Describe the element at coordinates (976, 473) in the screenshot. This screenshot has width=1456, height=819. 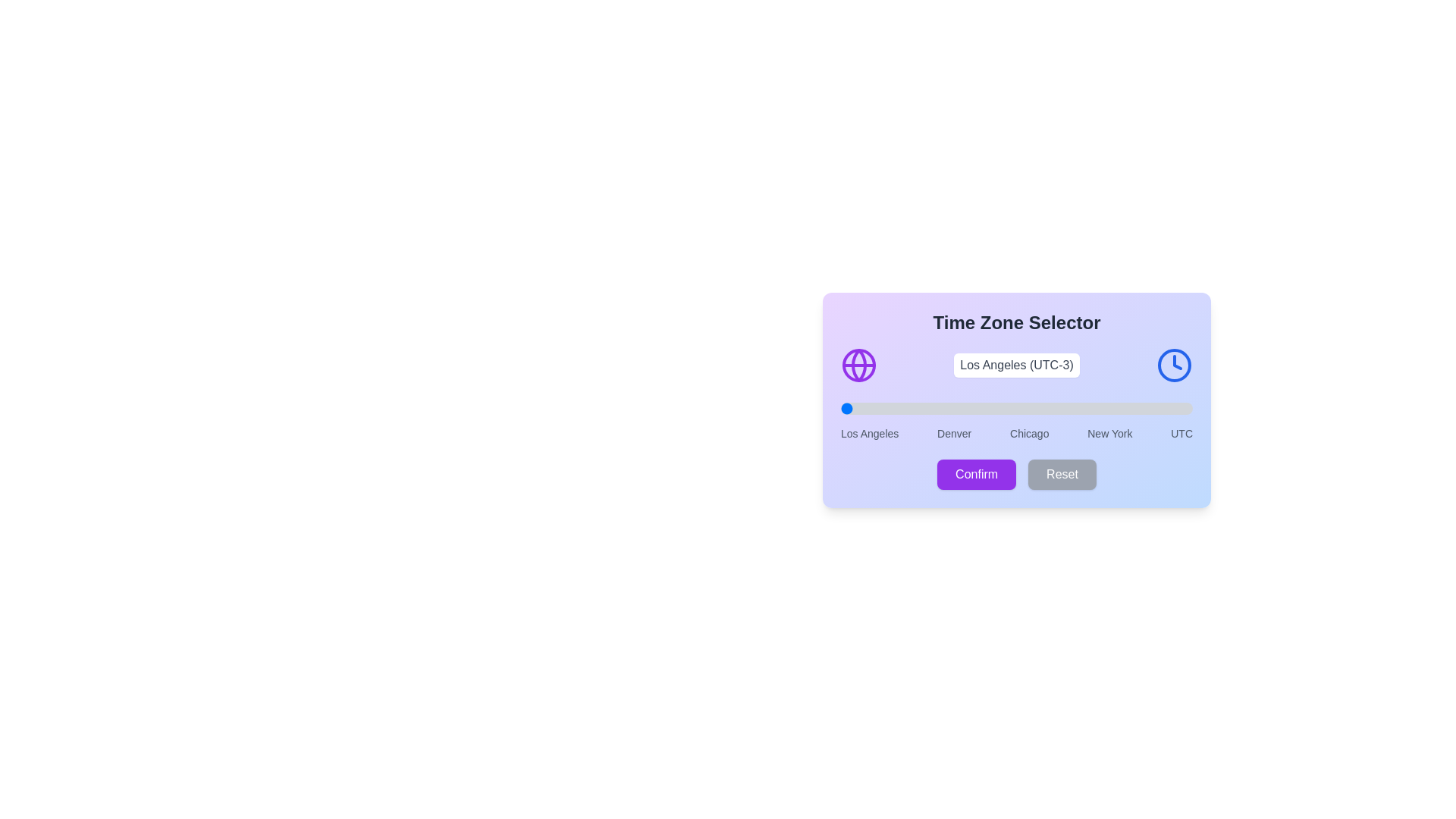
I see `'Confirm' button to save the selection` at that location.